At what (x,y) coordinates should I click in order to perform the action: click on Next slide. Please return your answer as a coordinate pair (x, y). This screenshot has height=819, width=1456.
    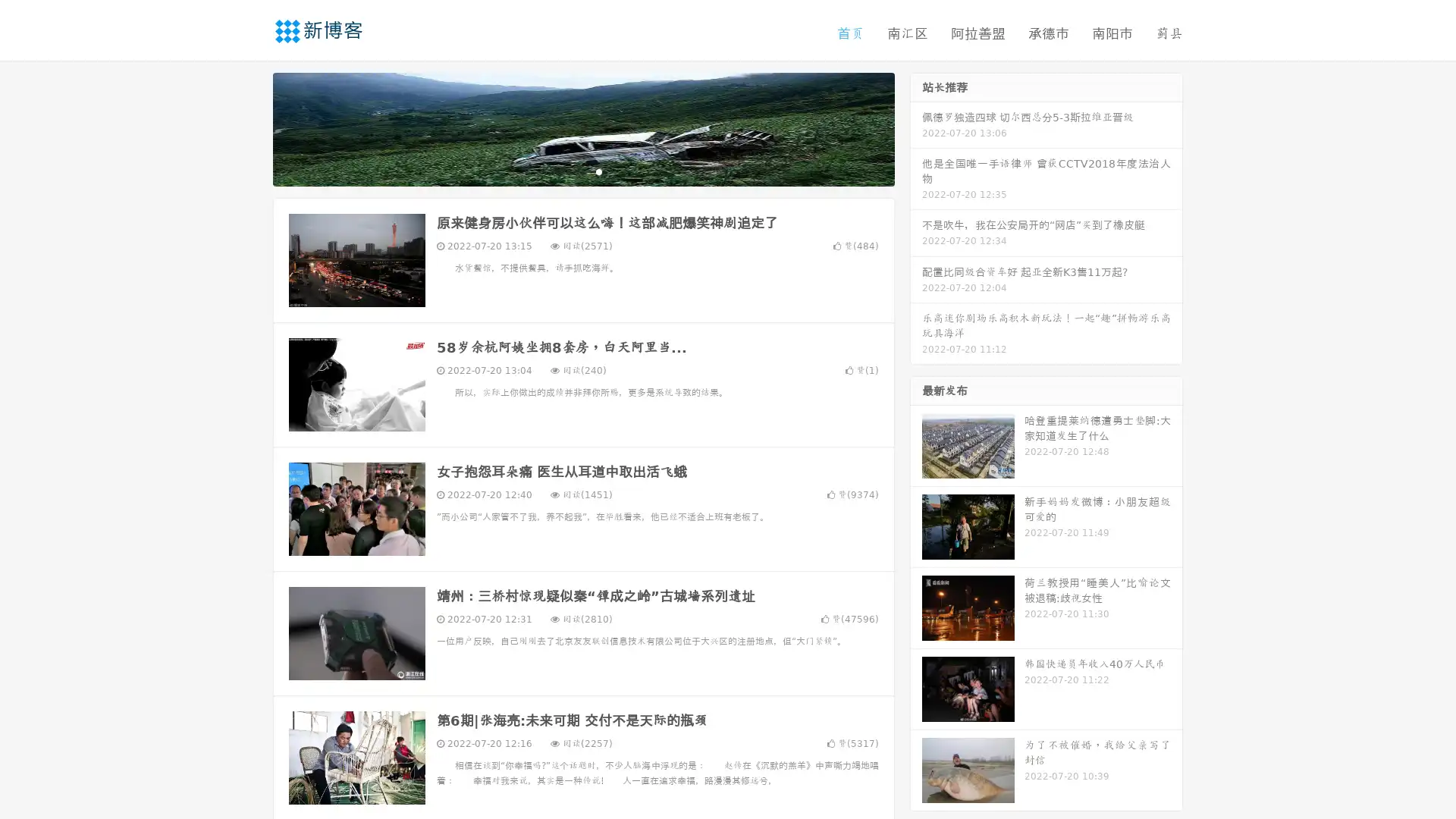
    Looking at the image, I should click on (916, 127).